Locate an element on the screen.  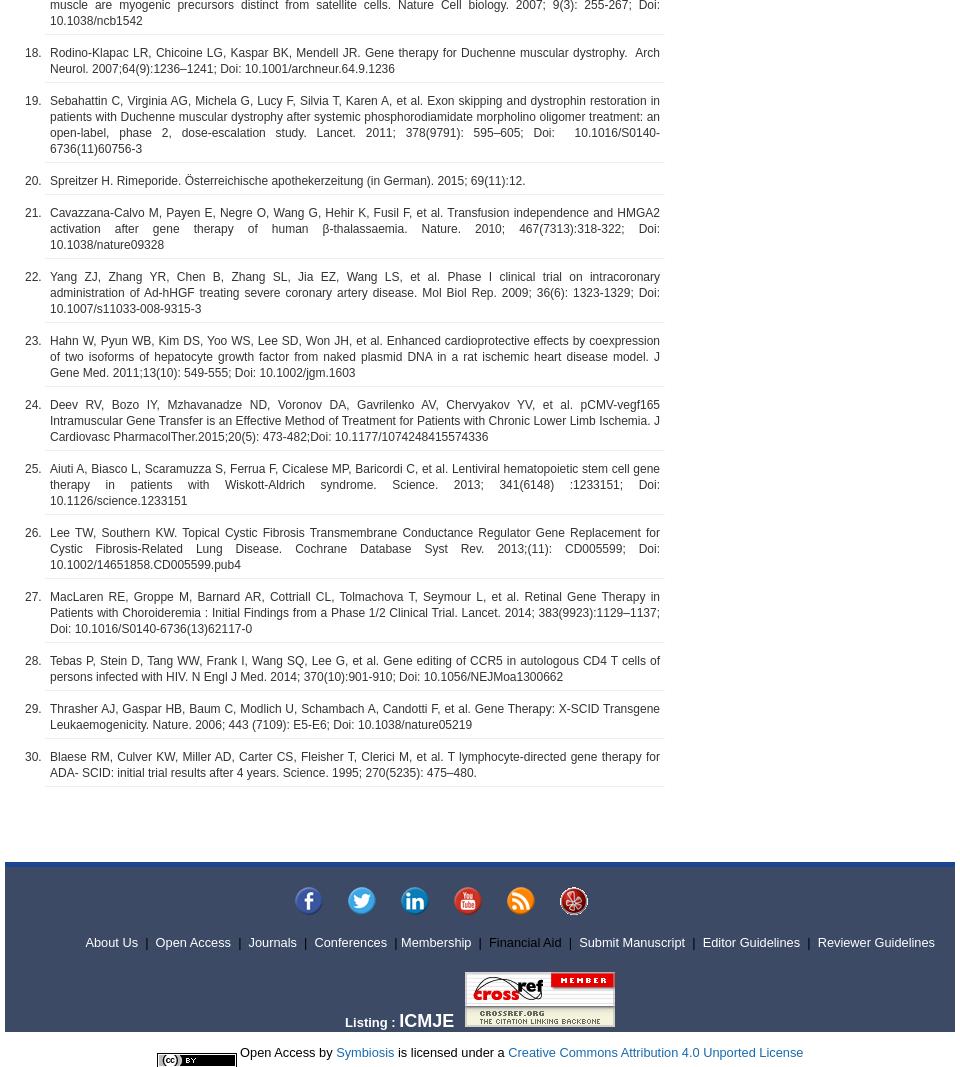
'Spreitzer H. Rimeporide.  Österreichische apothekerzeitung (in German). 2015; 69(11):12.' is located at coordinates (286, 180).